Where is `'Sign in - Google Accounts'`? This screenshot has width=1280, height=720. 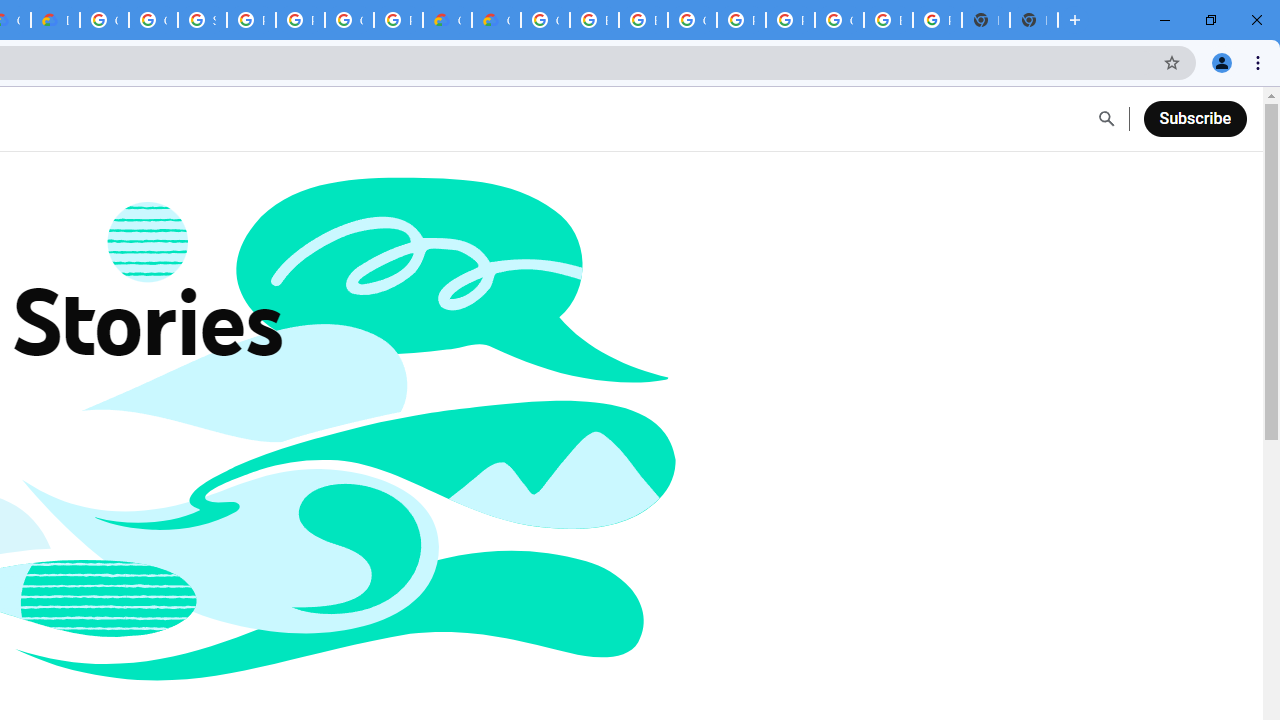 'Sign in - Google Accounts' is located at coordinates (202, 20).